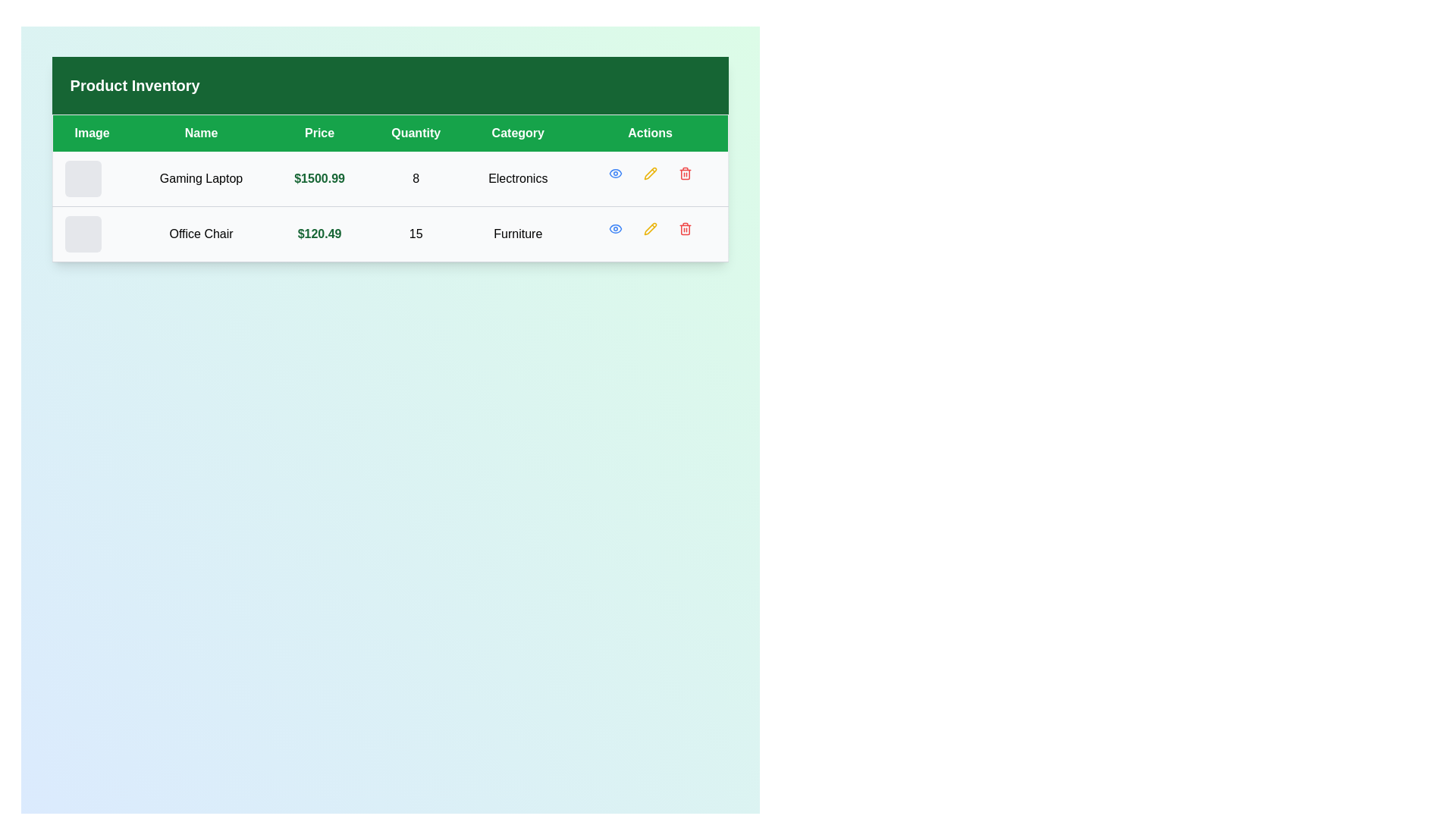 The height and width of the screenshot is (819, 1456). I want to click on the labels of the header row in the product inventory table, which includes 'Image', 'Name', 'Price', 'Quantity', 'Category', and 'Actions', so click(390, 132).